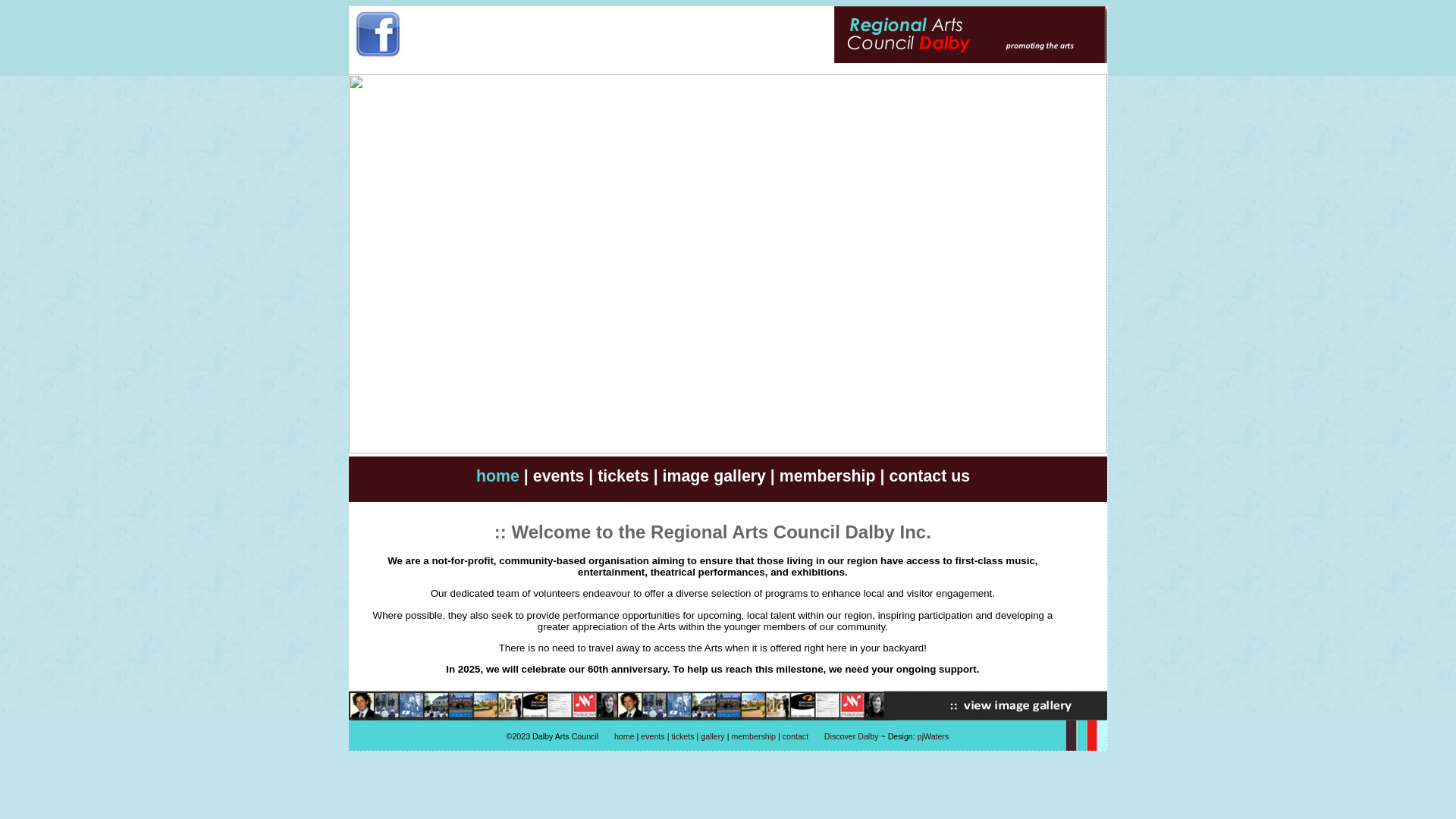 Image resolution: width=1456 pixels, height=819 pixels. What do you see at coordinates (916, 736) in the screenshot?
I see `'pjWaters'` at bounding box center [916, 736].